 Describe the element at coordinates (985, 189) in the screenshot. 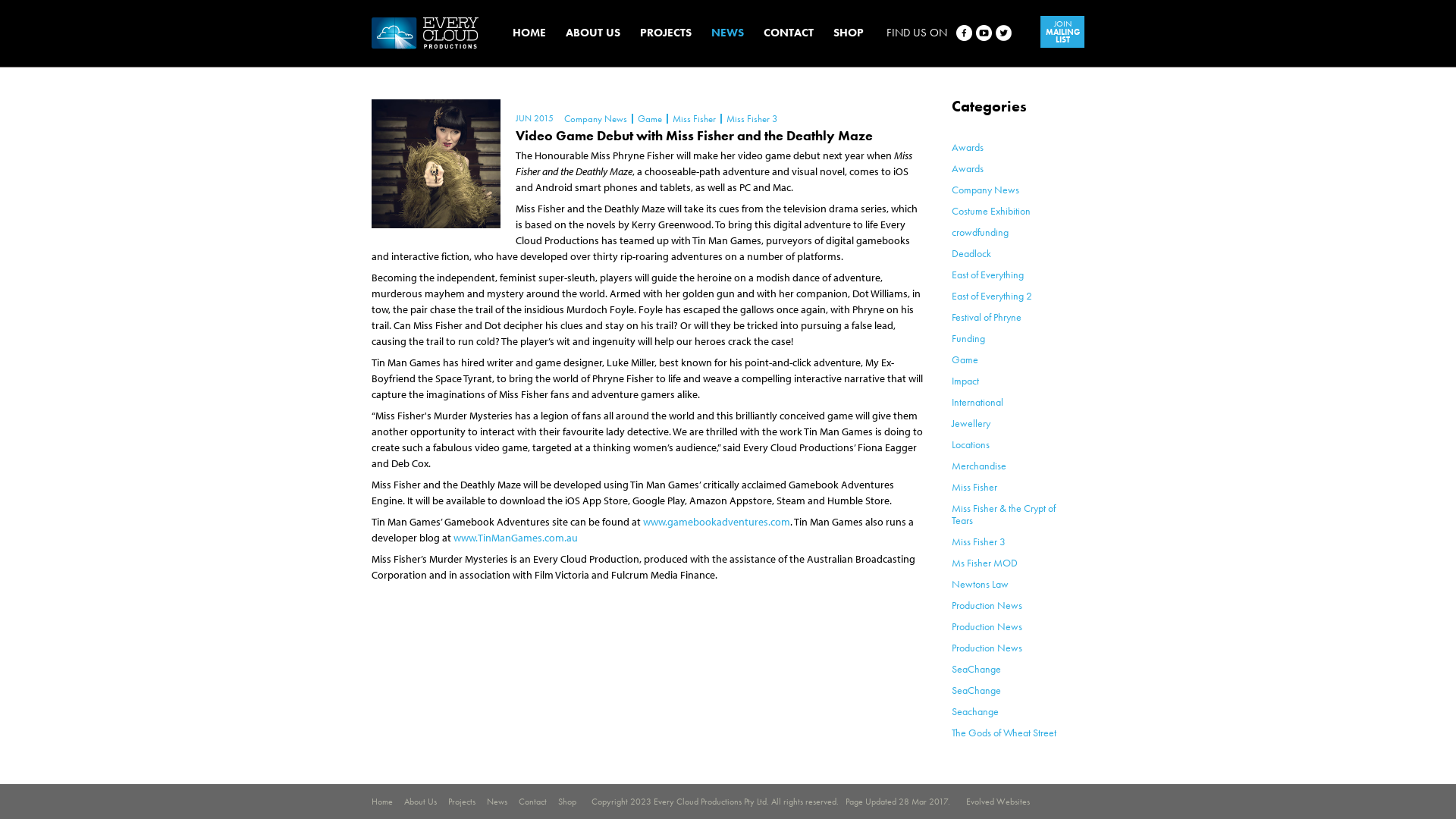

I see `'Company News'` at that location.